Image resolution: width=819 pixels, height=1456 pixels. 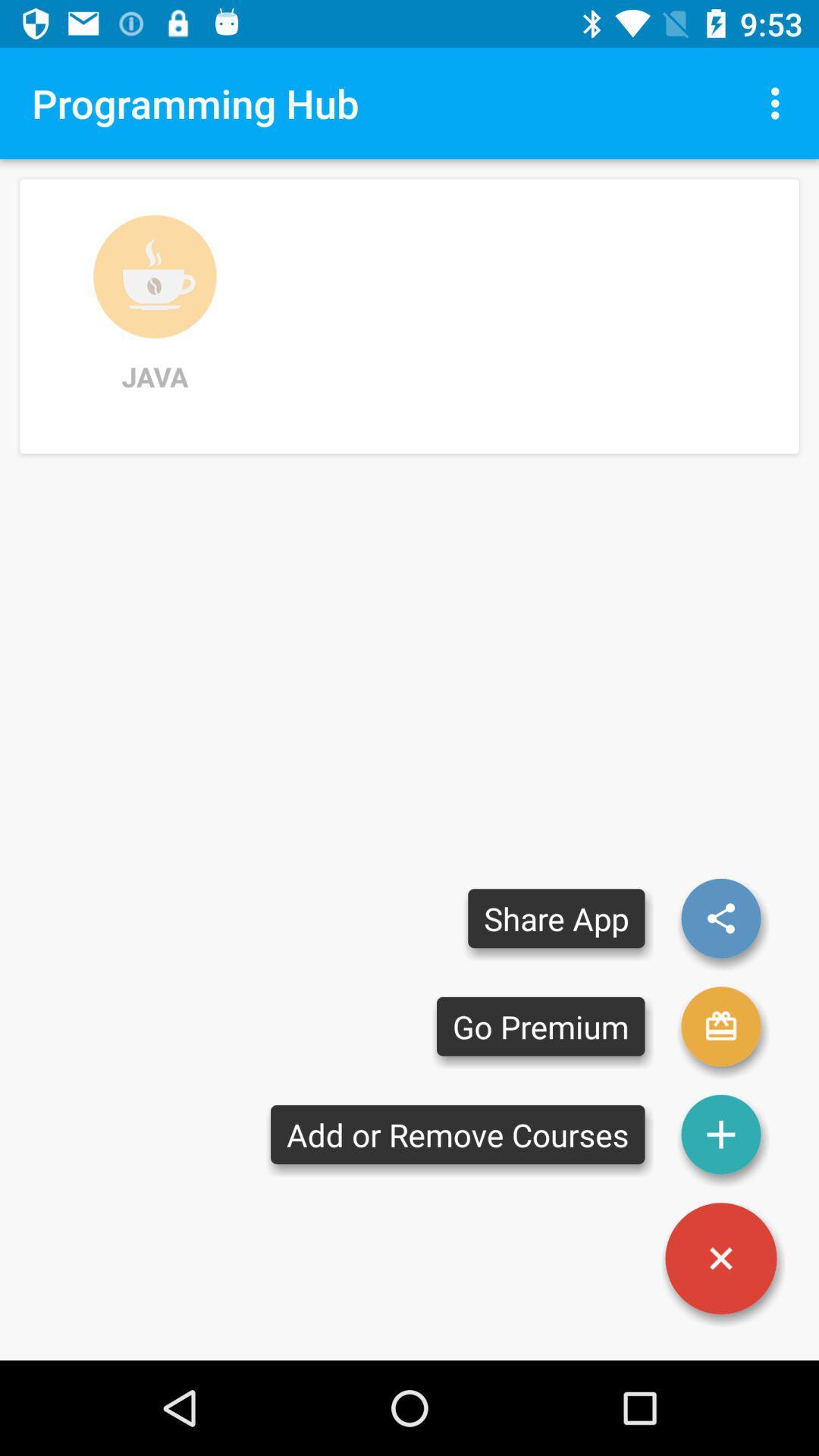 I want to click on the app, so click(x=720, y=1258).